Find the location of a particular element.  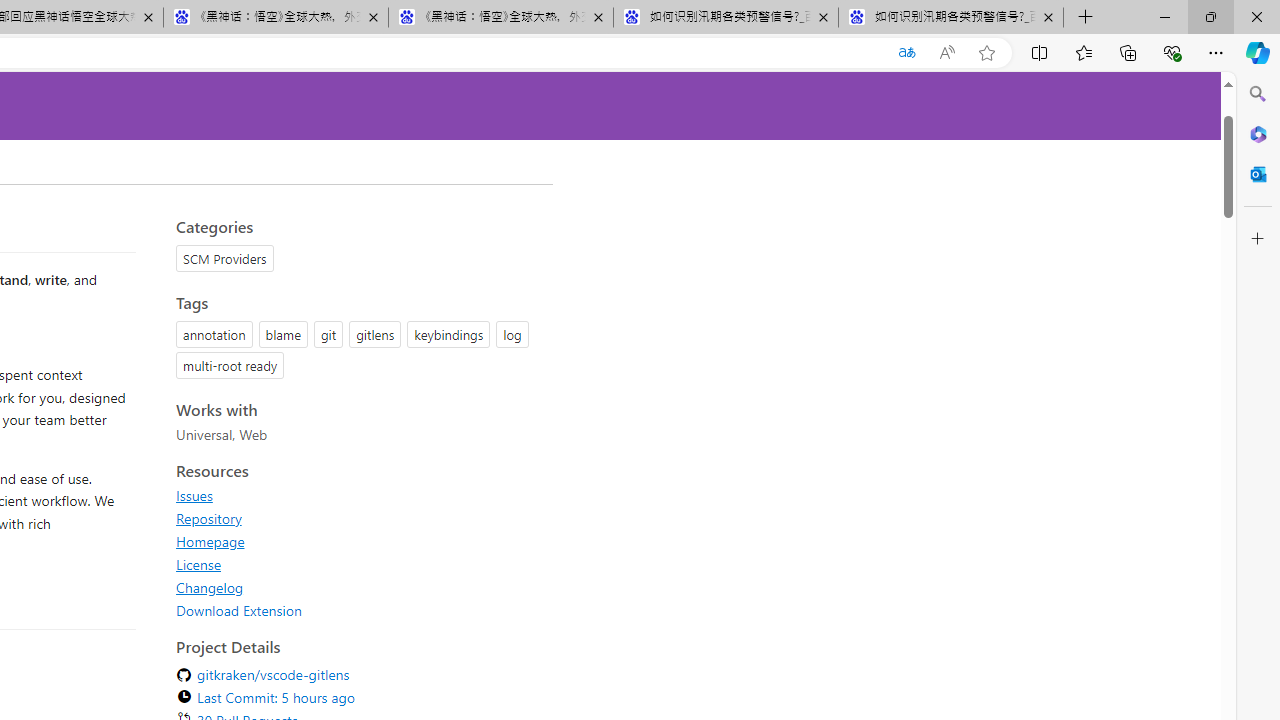

'License' is located at coordinates (199, 564).